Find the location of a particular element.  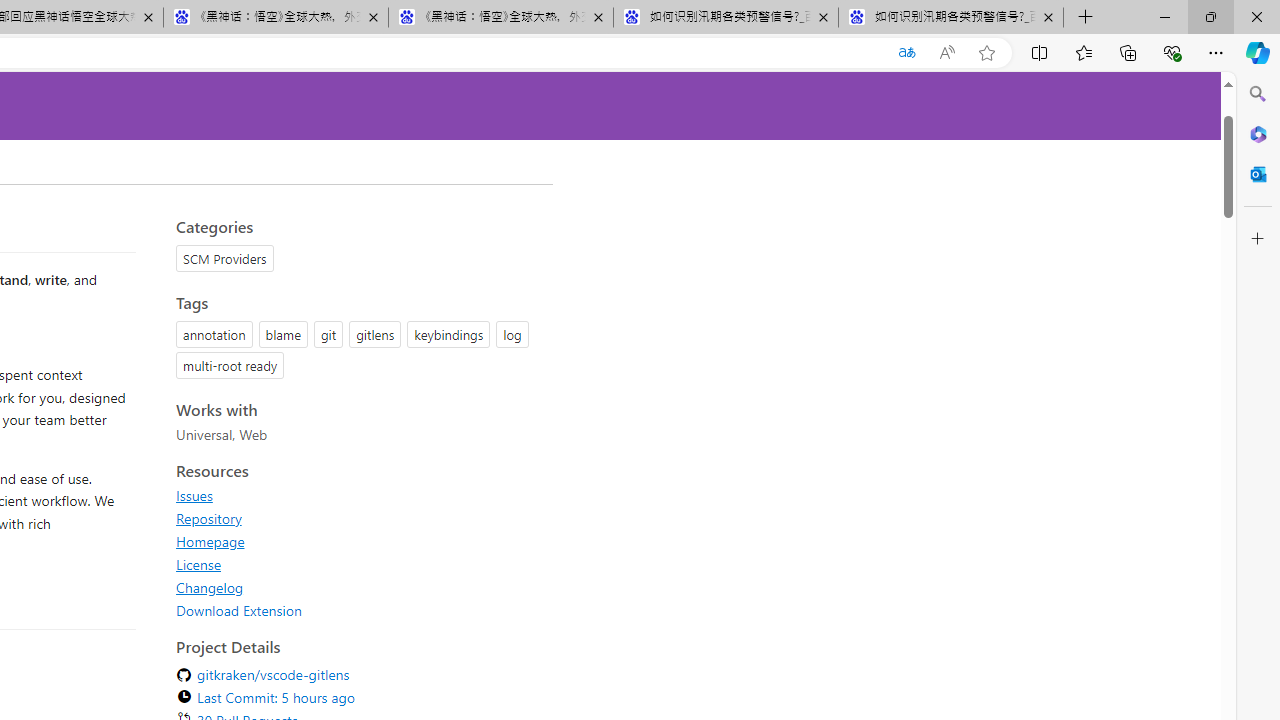

'License' is located at coordinates (199, 564).